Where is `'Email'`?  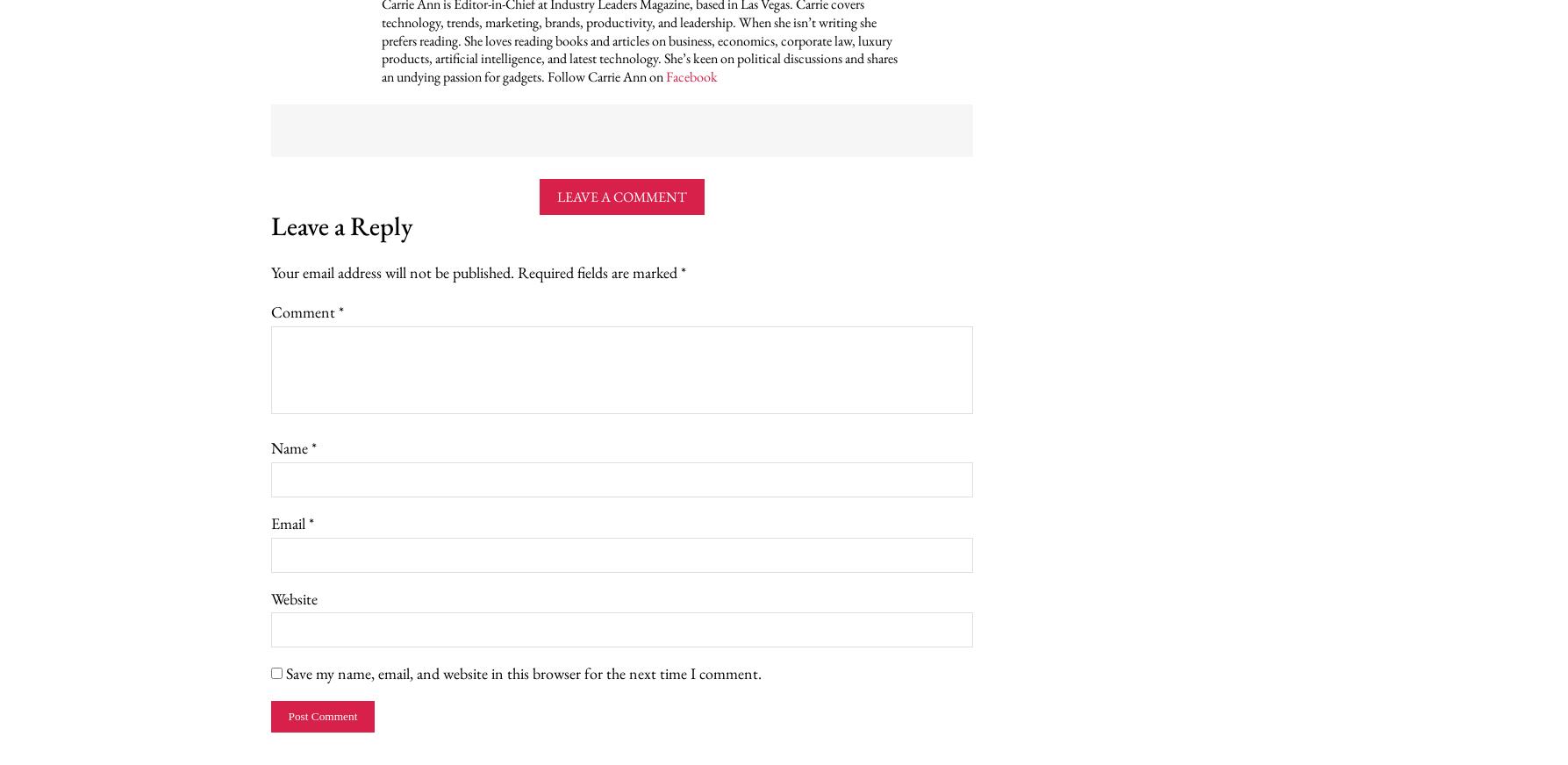 'Email' is located at coordinates (288, 522).